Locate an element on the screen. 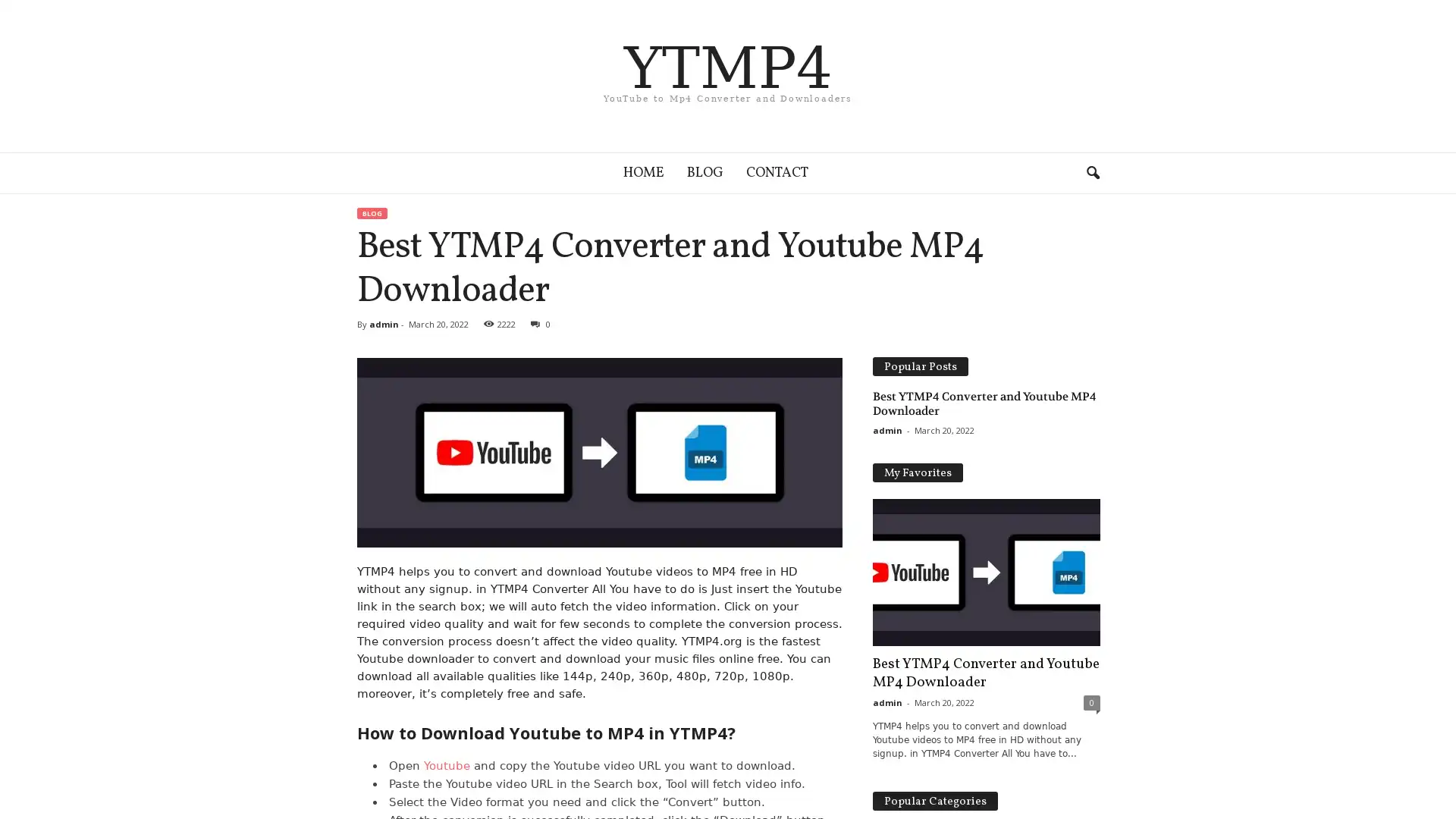  search icon is located at coordinates (1092, 171).